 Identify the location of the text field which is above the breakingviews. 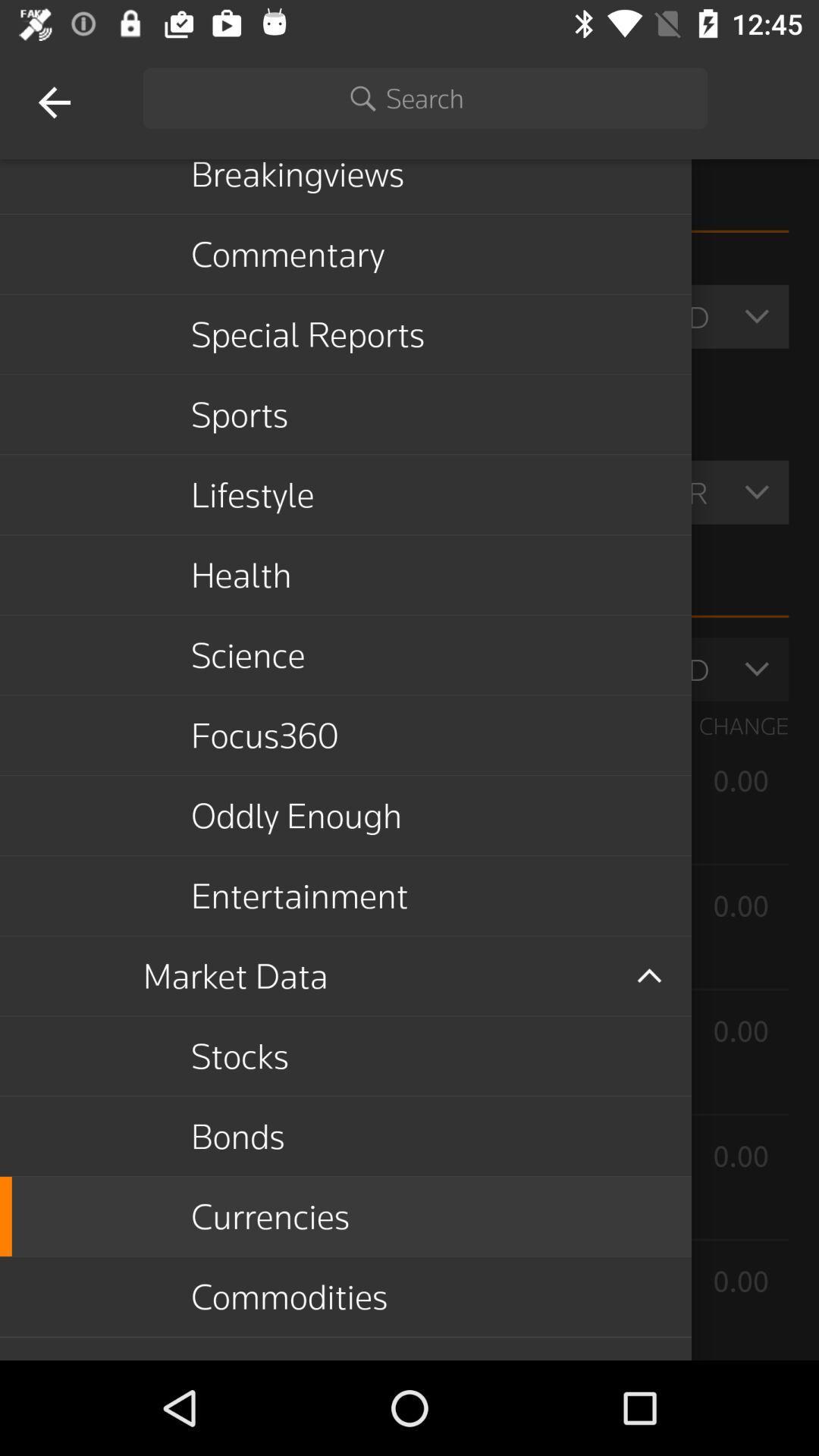
(425, 97).